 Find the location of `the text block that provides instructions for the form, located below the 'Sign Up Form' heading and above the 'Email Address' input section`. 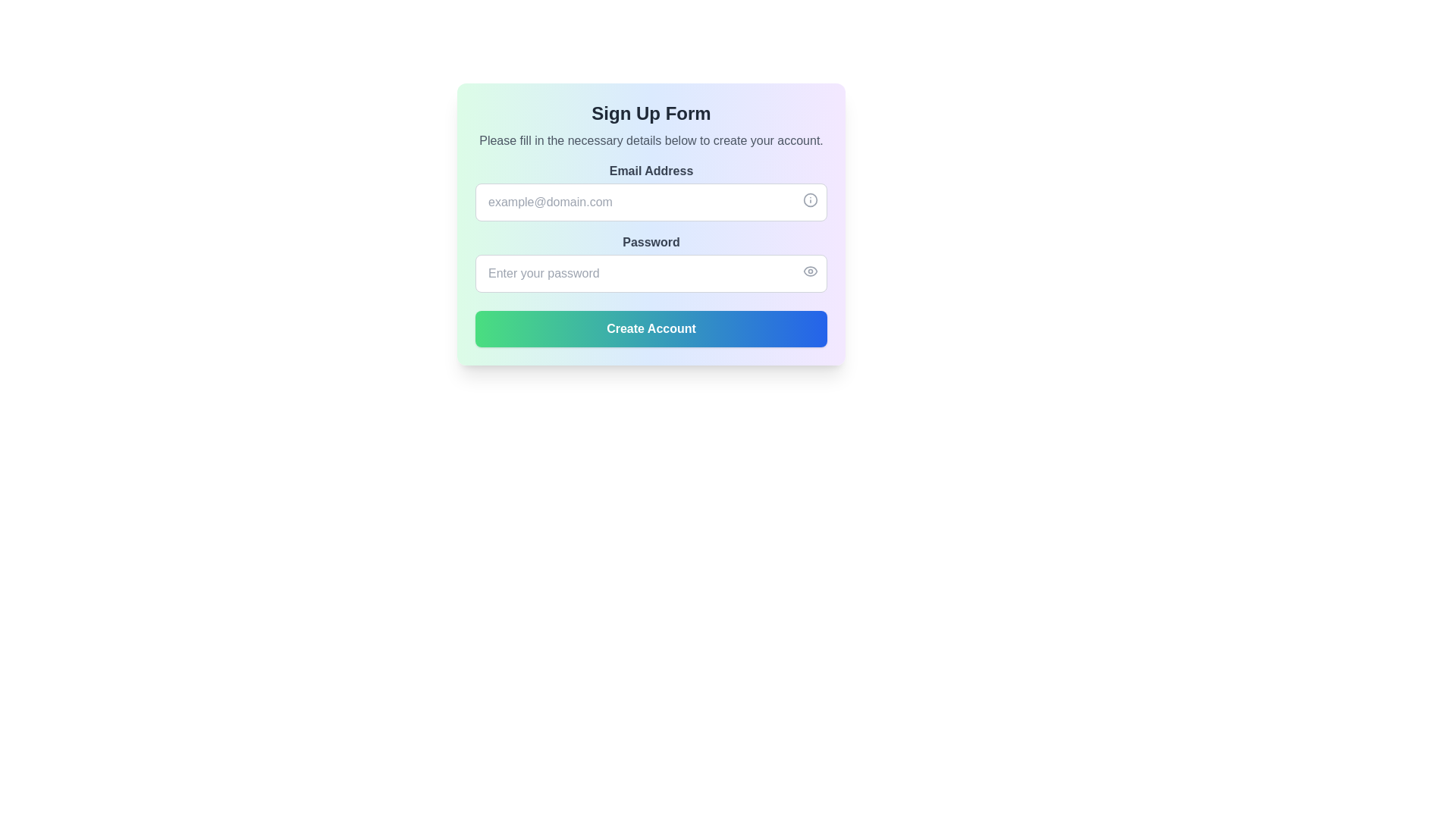

the text block that provides instructions for the form, located below the 'Sign Up Form' heading and above the 'Email Address' input section is located at coordinates (651, 140).